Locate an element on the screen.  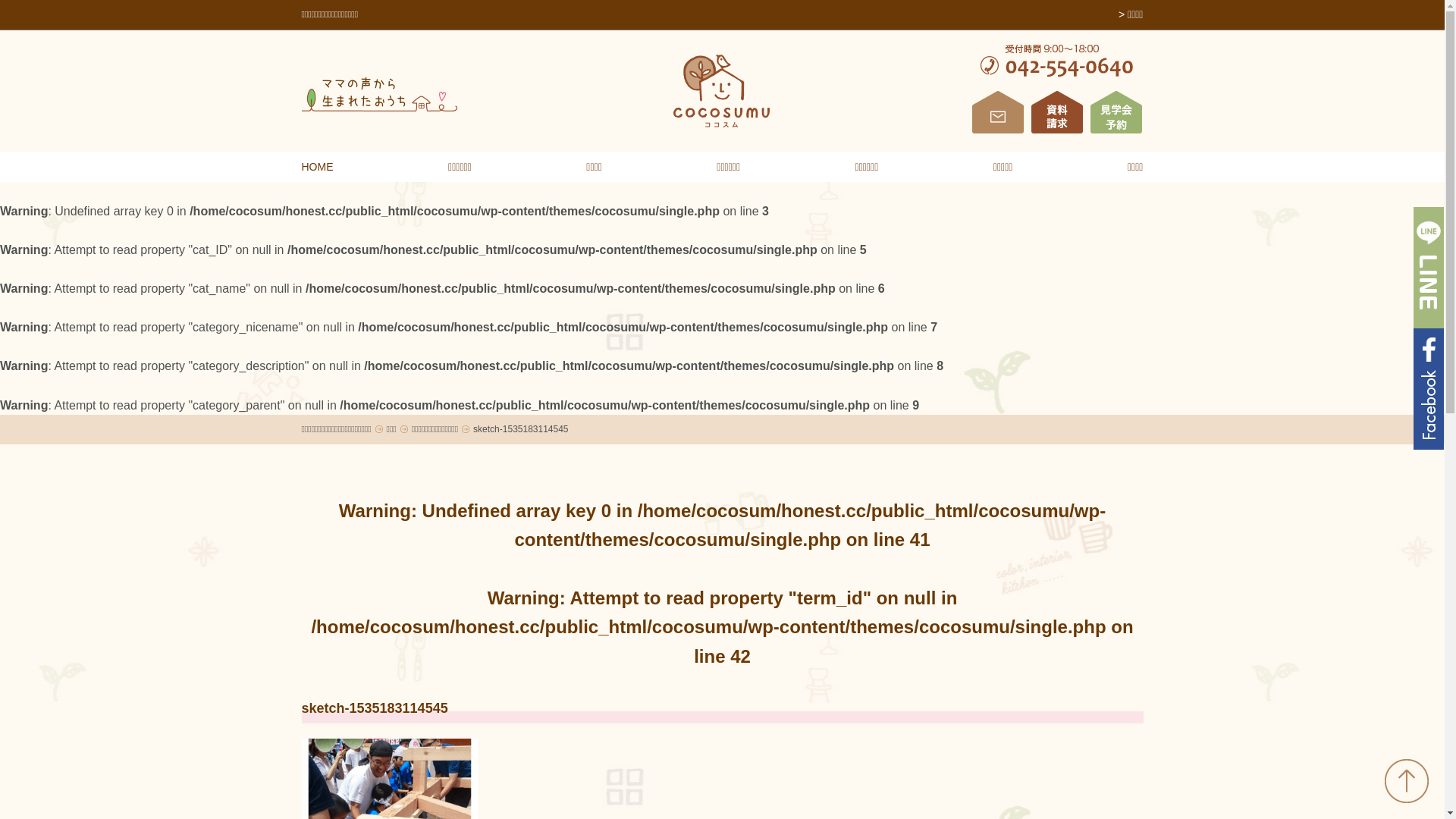
'HOME' is located at coordinates (316, 166).